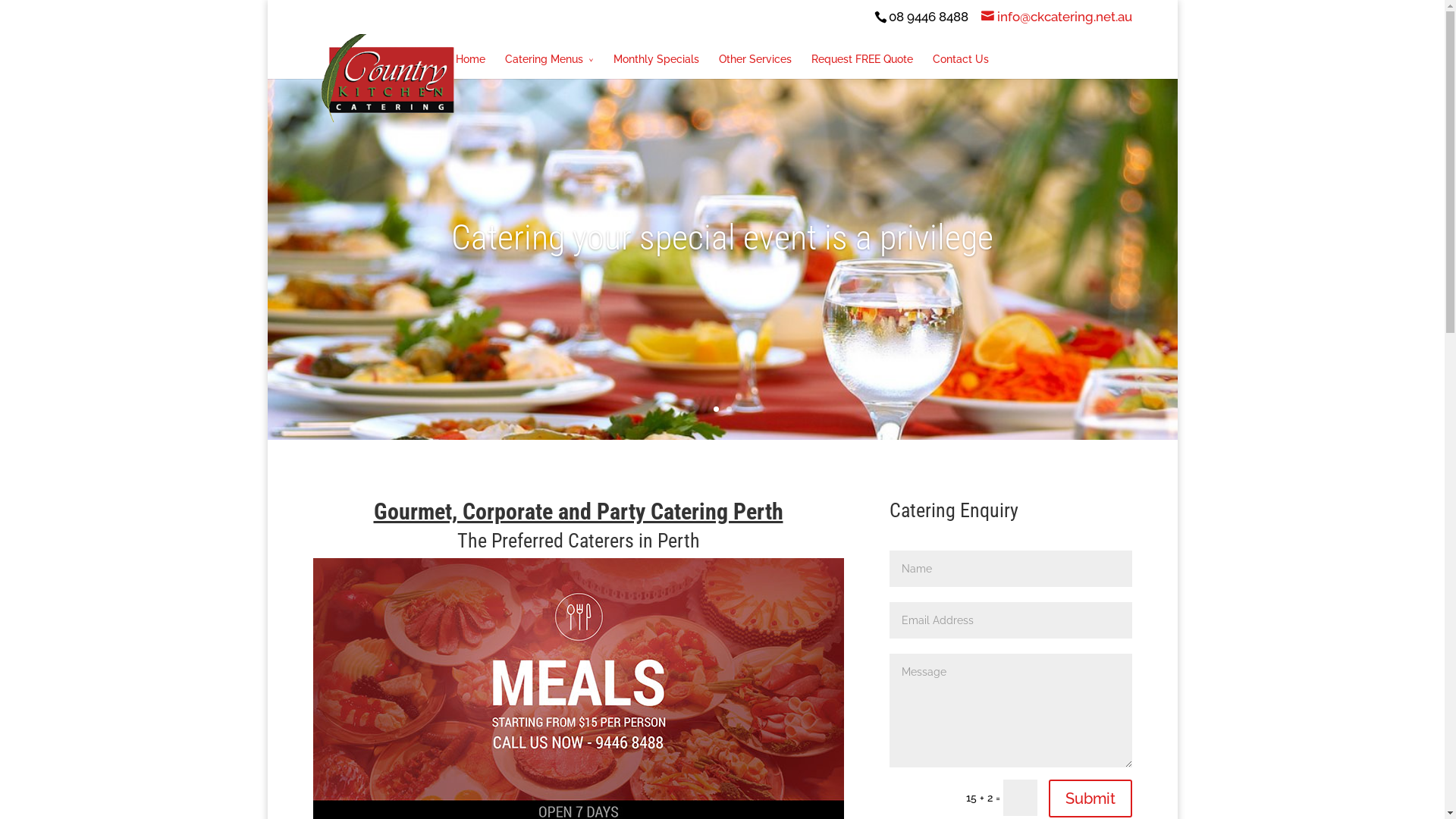 The image size is (1456, 819). I want to click on 'Contact Us', so click(960, 64).